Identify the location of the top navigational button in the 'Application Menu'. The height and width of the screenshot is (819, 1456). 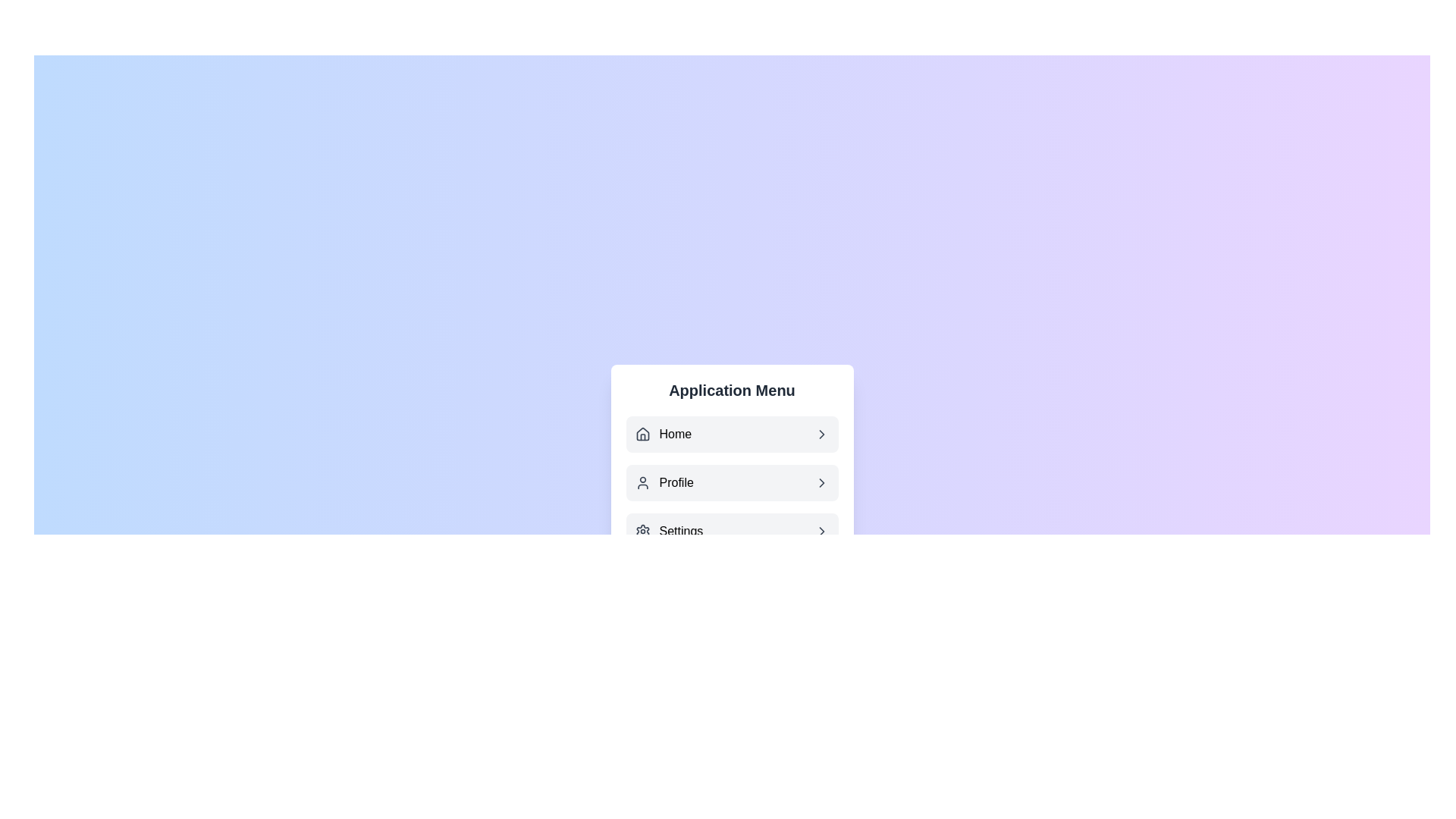
(732, 435).